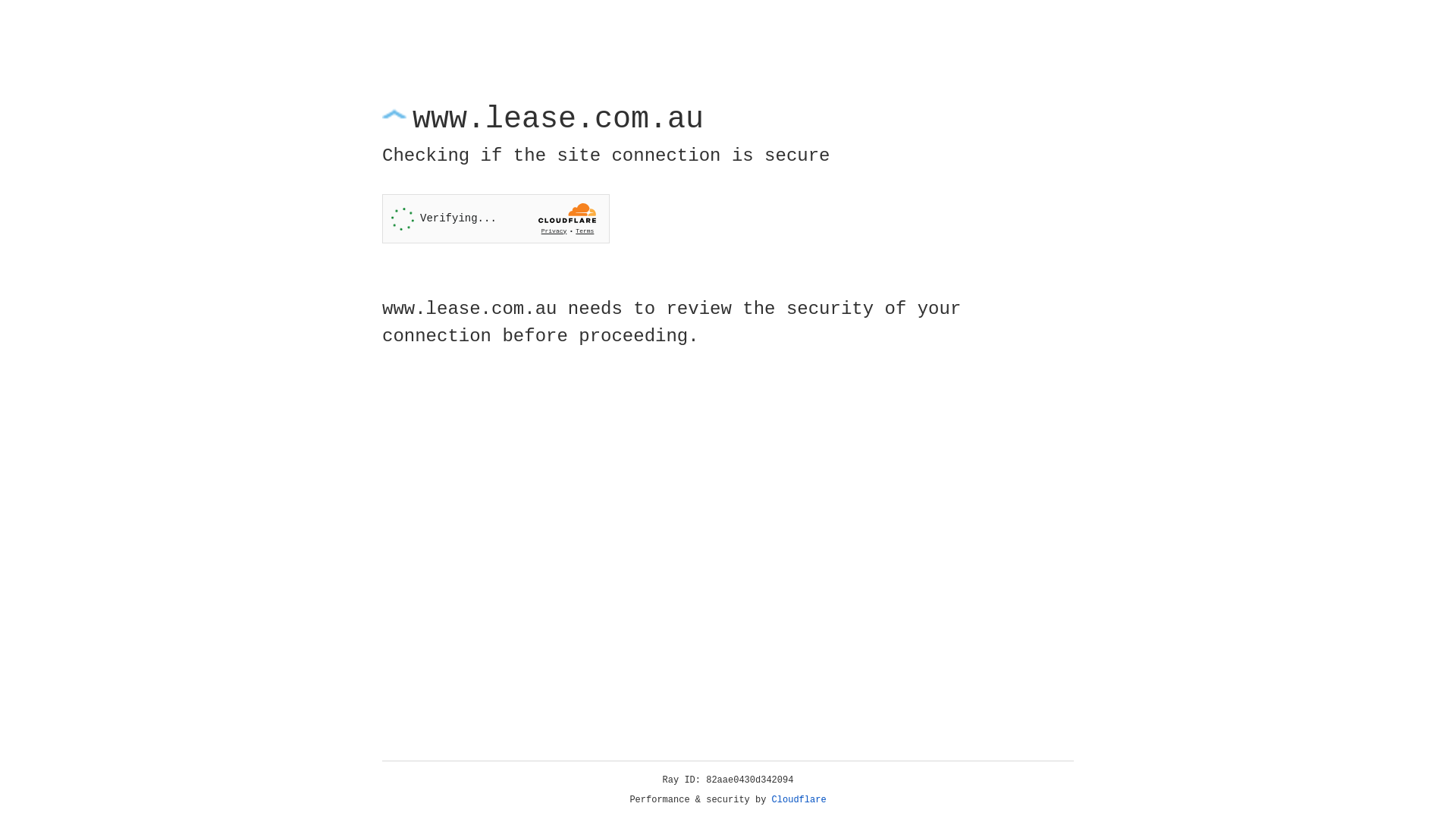 The image size is (1456, 819). Describe the element at coordinates (495, 218) in the screenshot. I see `'Widget containing a Cloudflare security challenge'` at that location.